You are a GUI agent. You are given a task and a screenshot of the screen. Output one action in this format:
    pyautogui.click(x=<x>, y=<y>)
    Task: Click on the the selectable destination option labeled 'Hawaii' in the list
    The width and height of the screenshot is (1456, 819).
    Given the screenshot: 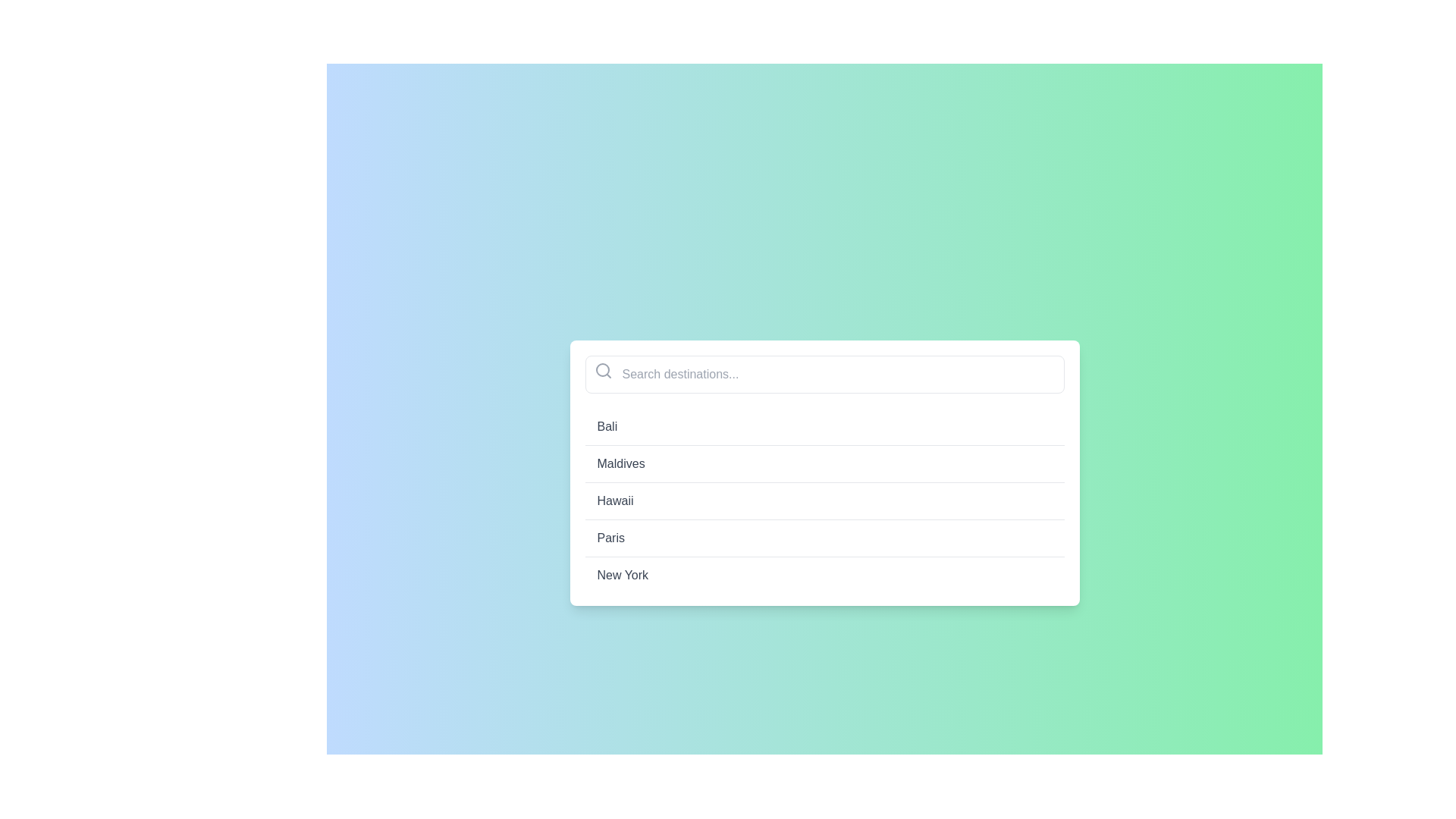 What is the action you would take?
    pyautogui.click(x=824, y=500)
    